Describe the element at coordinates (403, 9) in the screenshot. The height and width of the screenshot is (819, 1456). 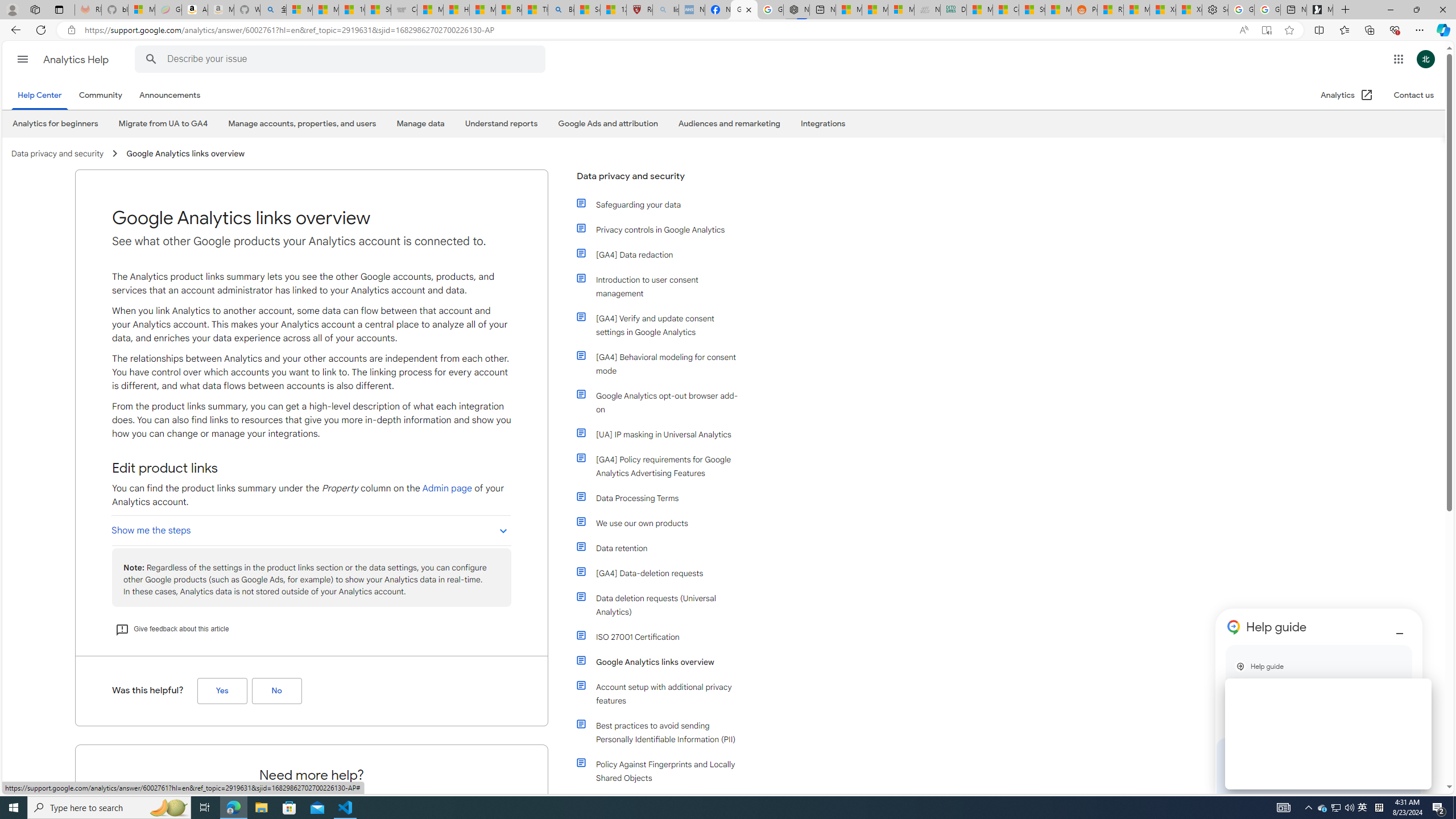
I see `'Combat Siege'` at that location.